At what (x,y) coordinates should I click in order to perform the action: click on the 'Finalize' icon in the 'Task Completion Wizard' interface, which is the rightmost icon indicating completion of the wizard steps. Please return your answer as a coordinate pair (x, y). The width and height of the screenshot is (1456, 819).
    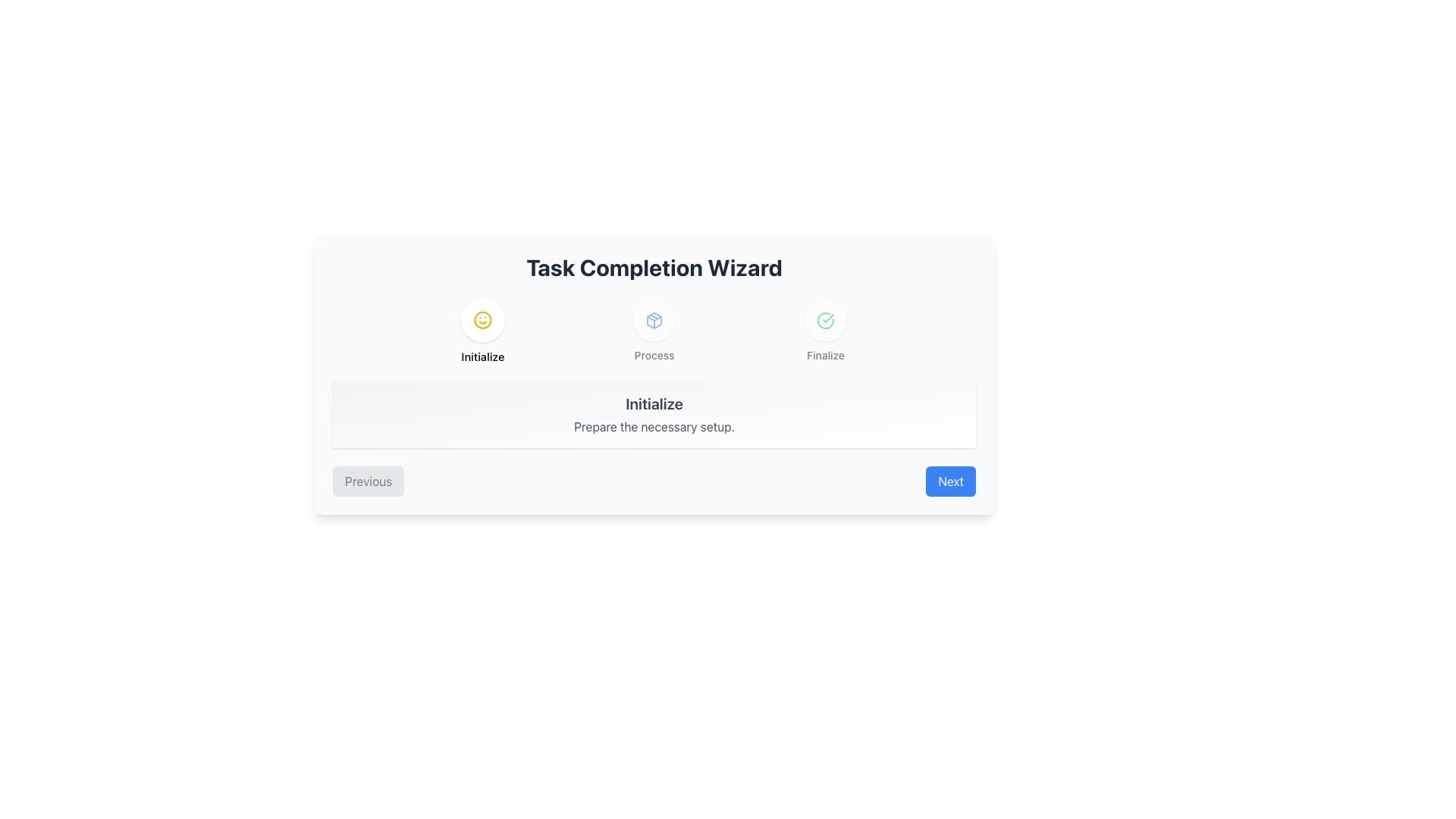
    Looking at the image, I should click on (825, 320).